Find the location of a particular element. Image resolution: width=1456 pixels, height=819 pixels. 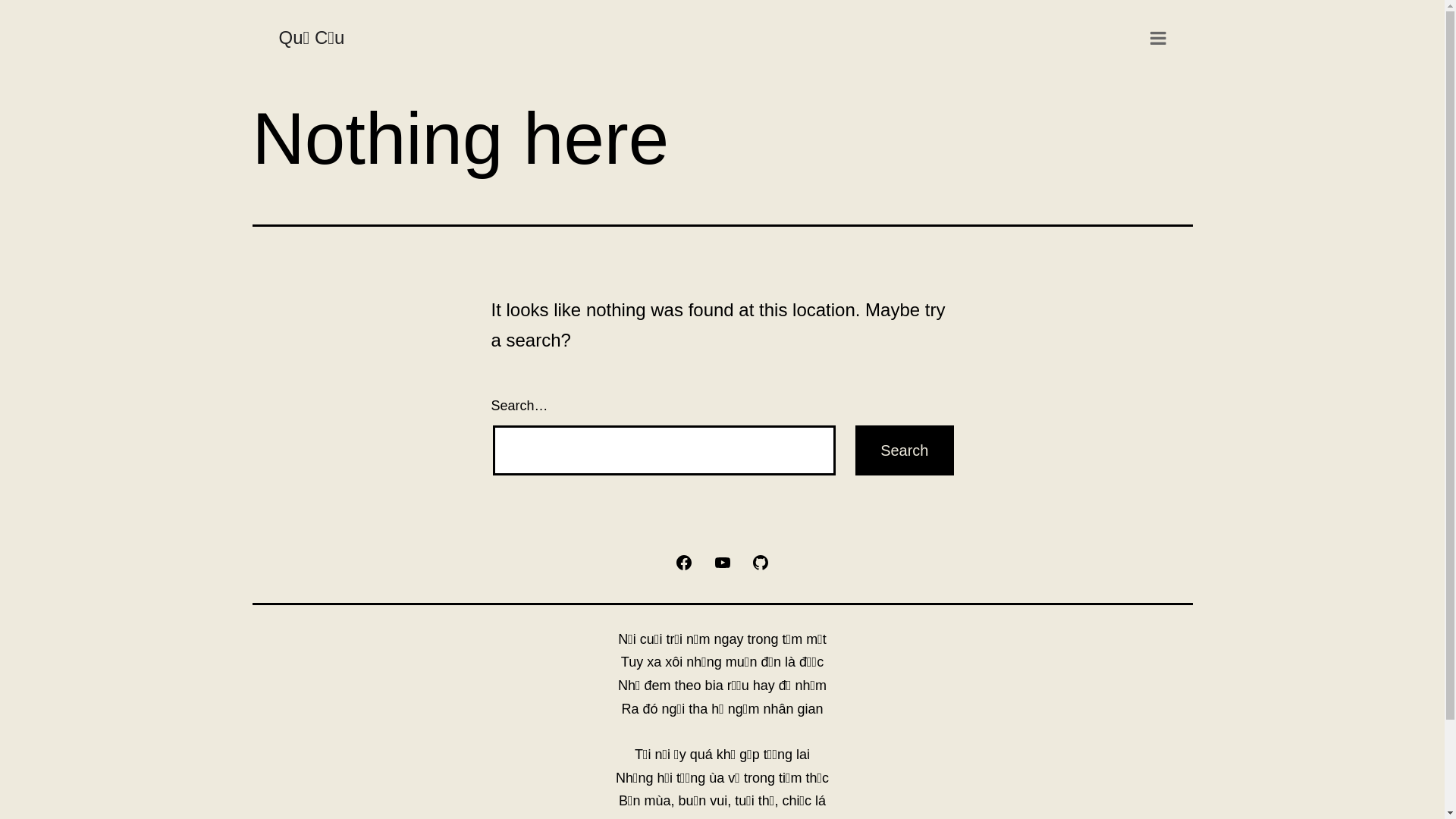

'YouTube' is located at coordinates (720, 561).